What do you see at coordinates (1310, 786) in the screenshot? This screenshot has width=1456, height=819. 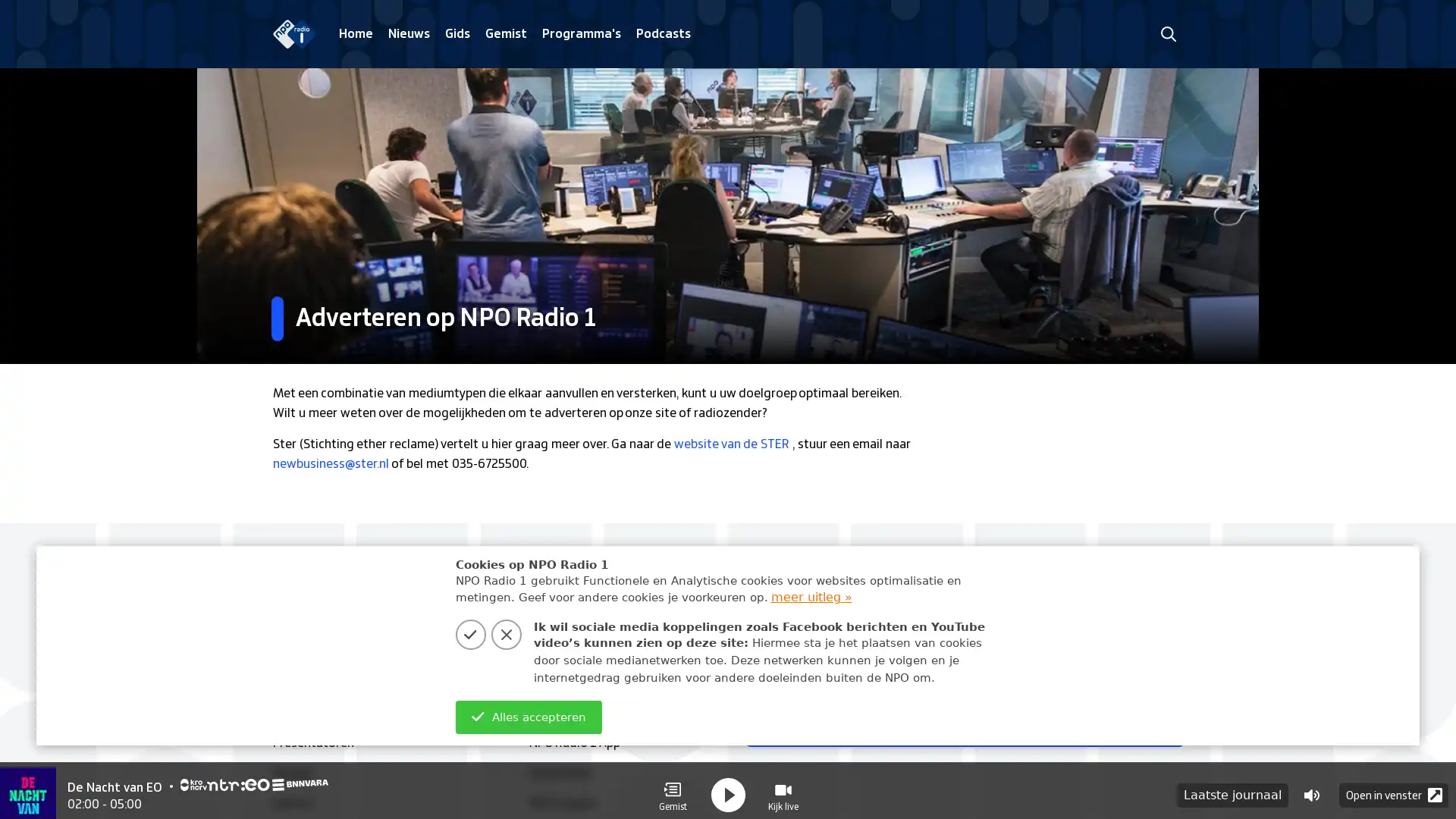 I see `Volume control` at bounding box center [1310, 786].